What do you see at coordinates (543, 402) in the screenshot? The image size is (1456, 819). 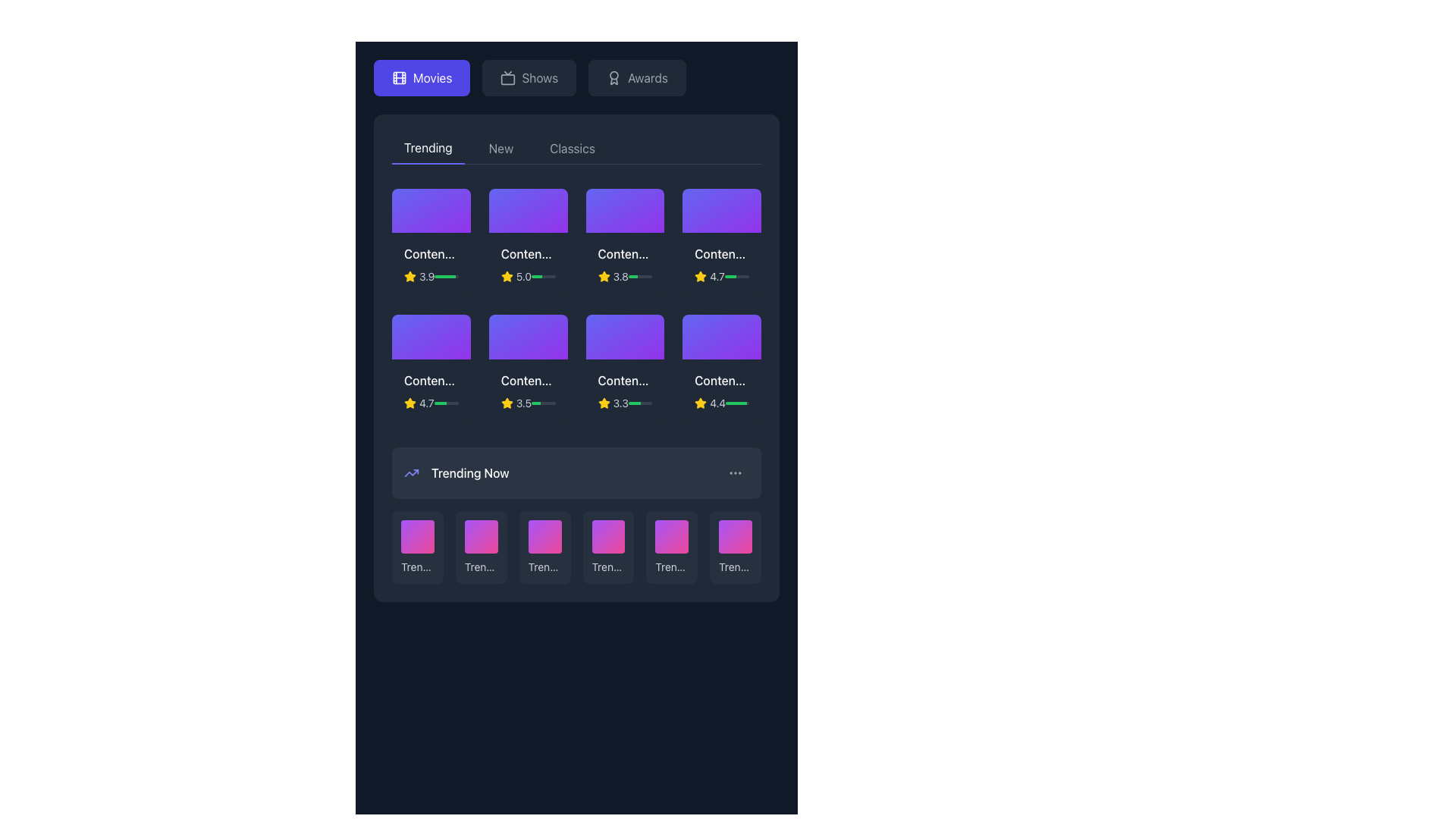 I see `the horizontal progress bar located in the middle row and third column of the 'Trending' section, which has a gray background and a green filled section indicating progress` at bounding box center [543, 402].